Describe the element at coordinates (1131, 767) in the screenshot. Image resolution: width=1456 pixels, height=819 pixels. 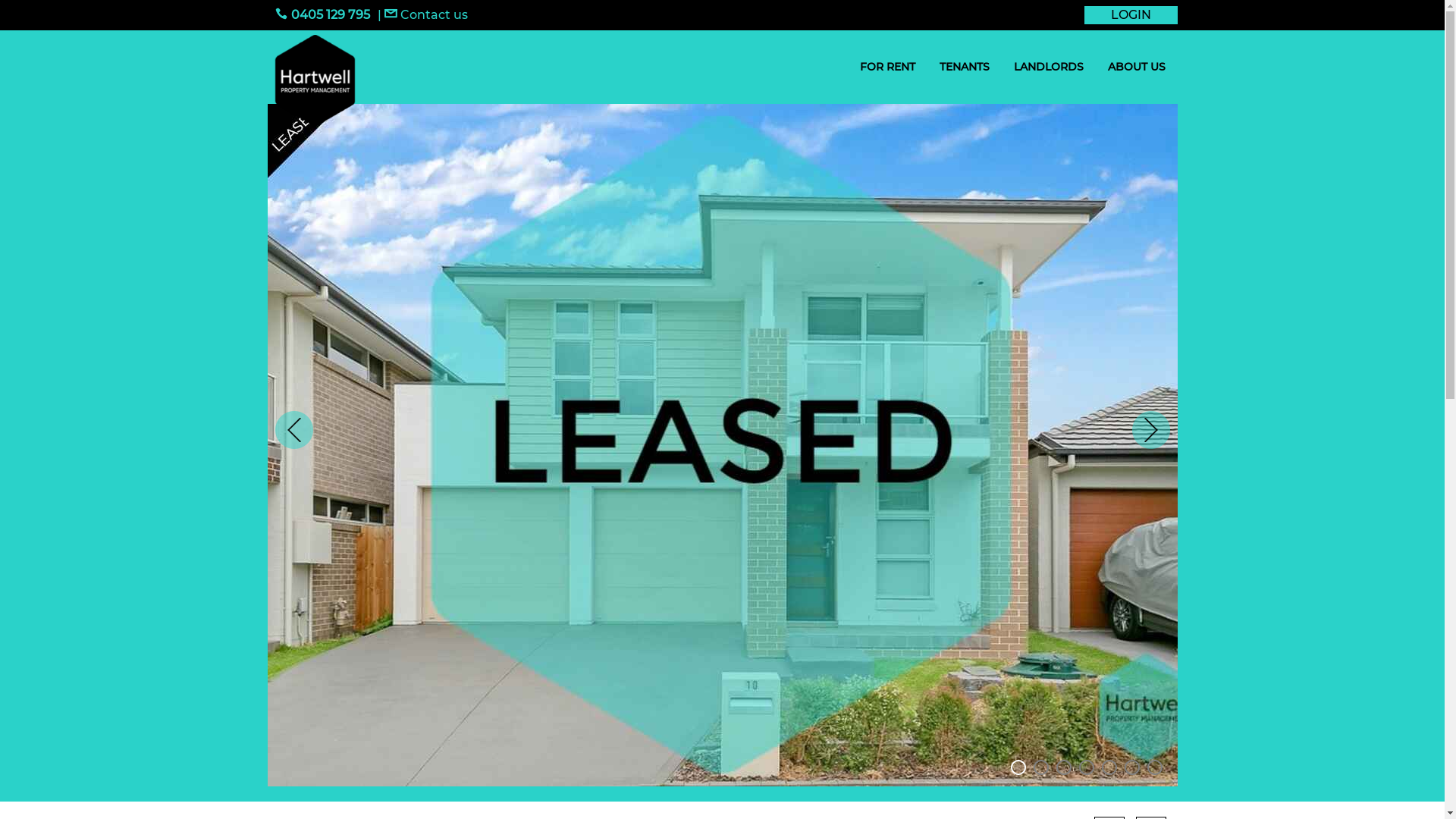
I see `'6'` at that location.